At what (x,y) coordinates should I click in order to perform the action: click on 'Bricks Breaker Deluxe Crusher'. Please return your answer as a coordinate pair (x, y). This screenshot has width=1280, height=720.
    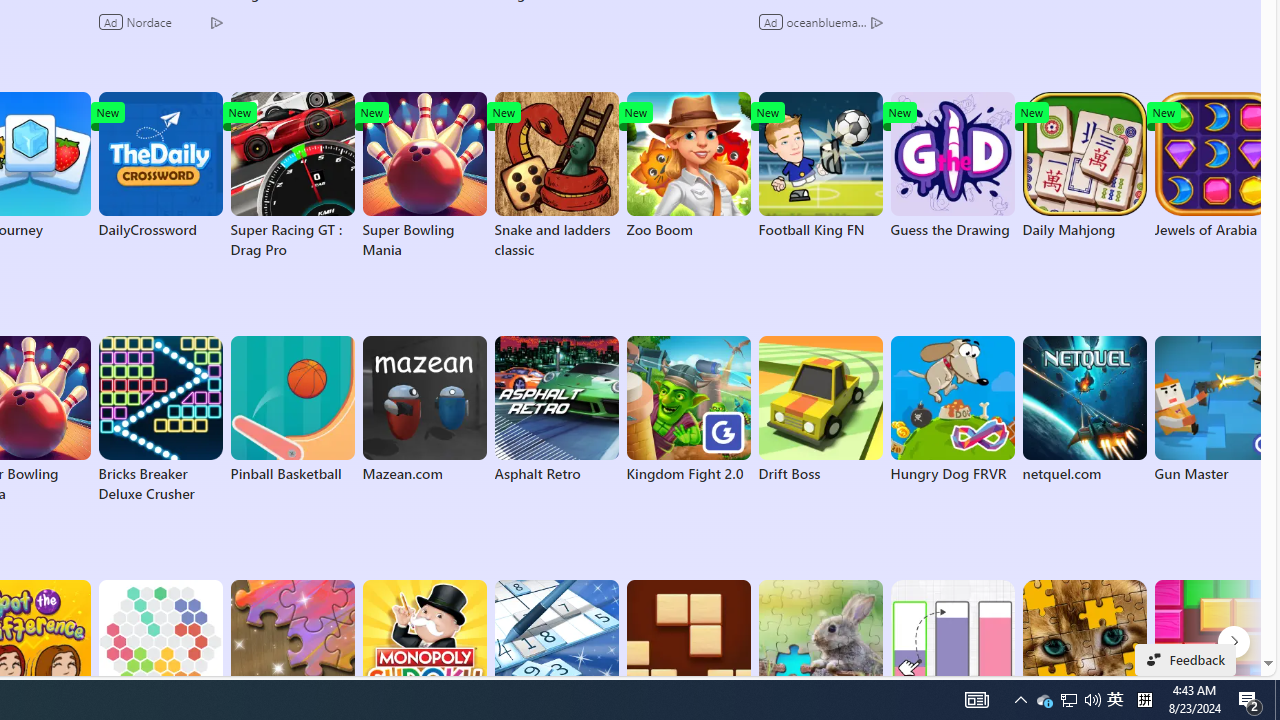
    Looking at the image, I should click on (160, 419).